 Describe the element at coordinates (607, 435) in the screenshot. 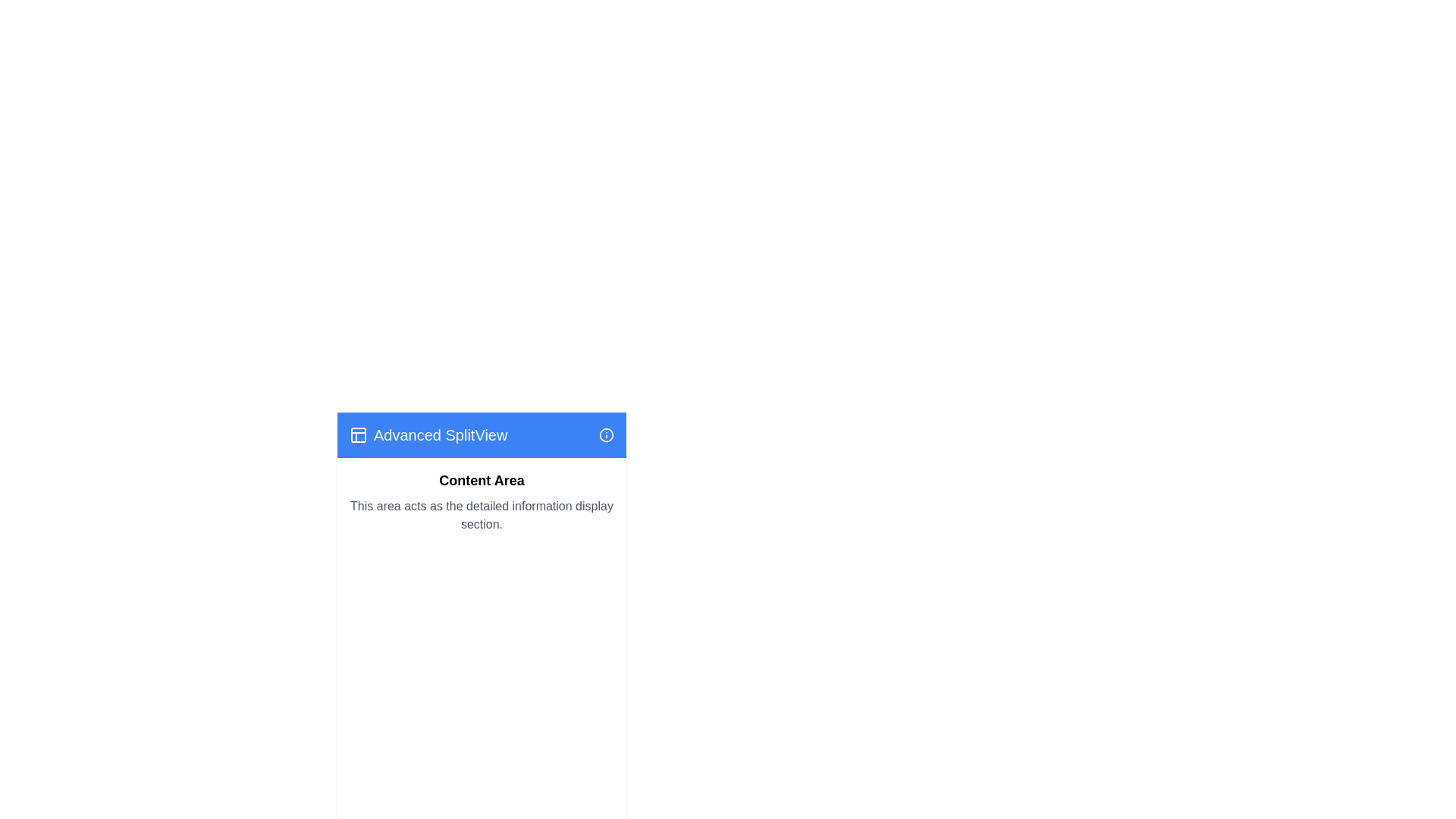

I see `the information/help icon located in the upper-right corner of the 'Advanced SplitView' header` at that location.